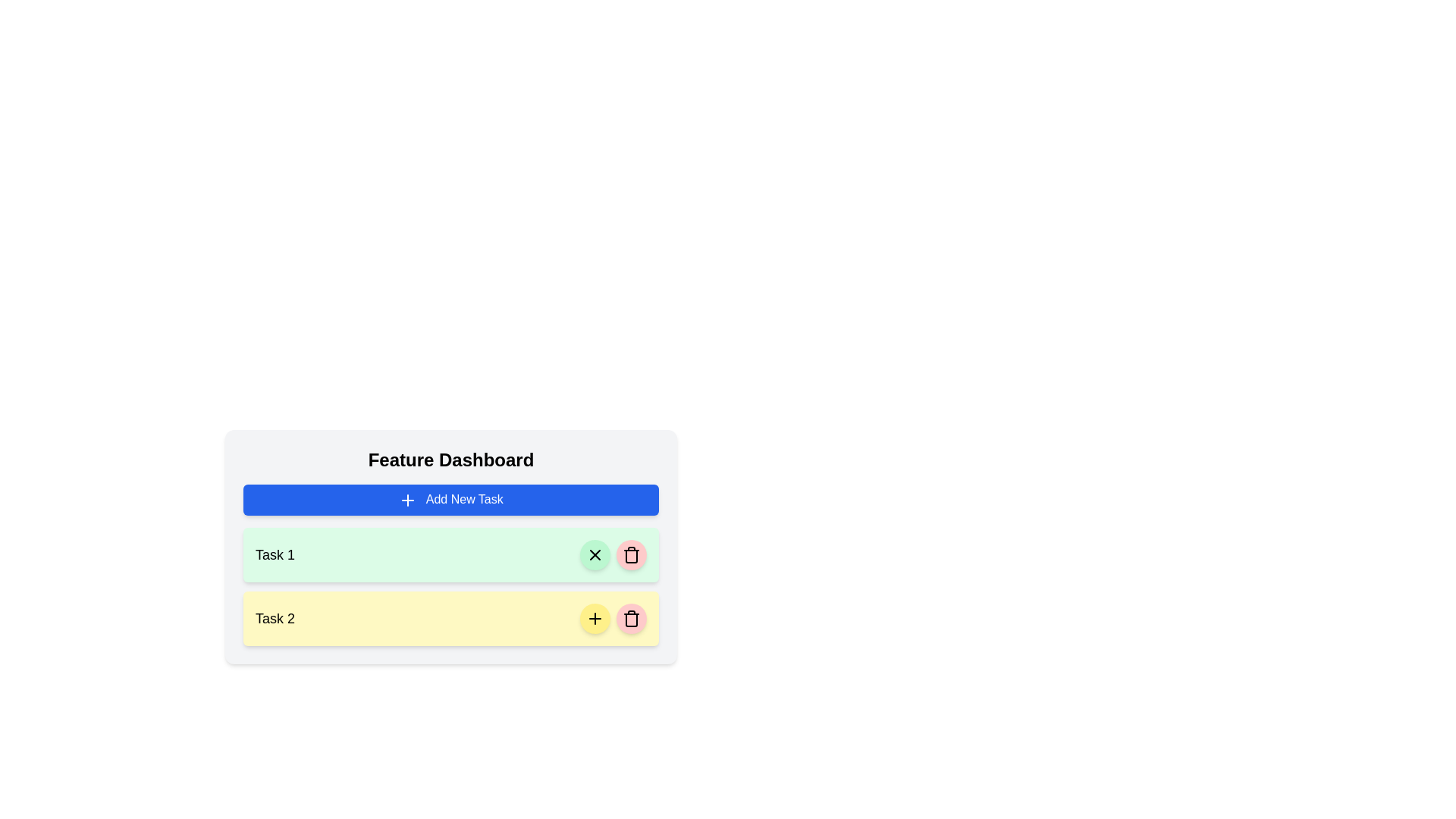 The height and width of the screenshot is (819, 1456). What do you see at coordinates (632, 617) in the screenshot?
I see `the rounded red delete button with a trash bin icon located on the right side of the yellow task item in the task list` at bounding box center [632, 617].